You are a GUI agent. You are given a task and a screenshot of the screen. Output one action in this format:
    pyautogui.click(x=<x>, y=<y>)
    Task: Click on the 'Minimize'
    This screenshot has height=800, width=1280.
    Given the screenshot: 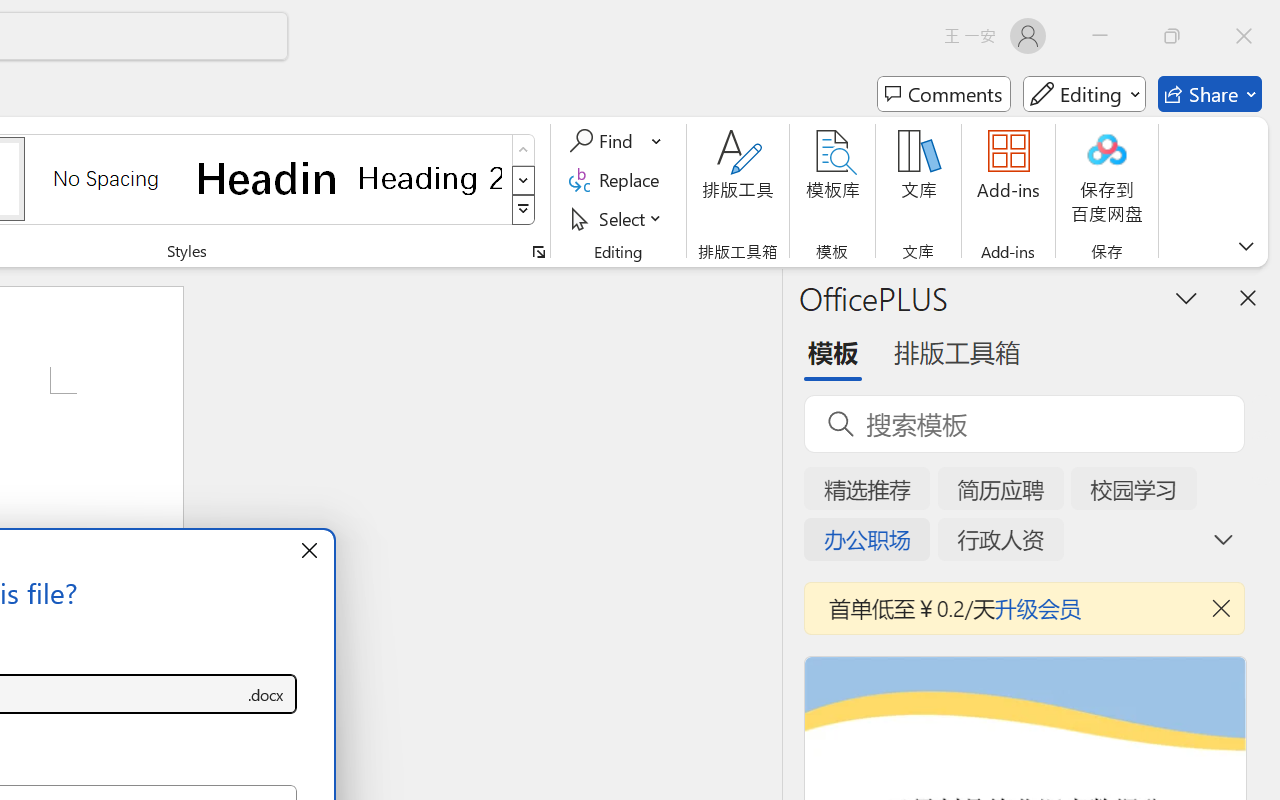 What is the action you would take?
    pyautogui.click(x=1099, y=35)
    